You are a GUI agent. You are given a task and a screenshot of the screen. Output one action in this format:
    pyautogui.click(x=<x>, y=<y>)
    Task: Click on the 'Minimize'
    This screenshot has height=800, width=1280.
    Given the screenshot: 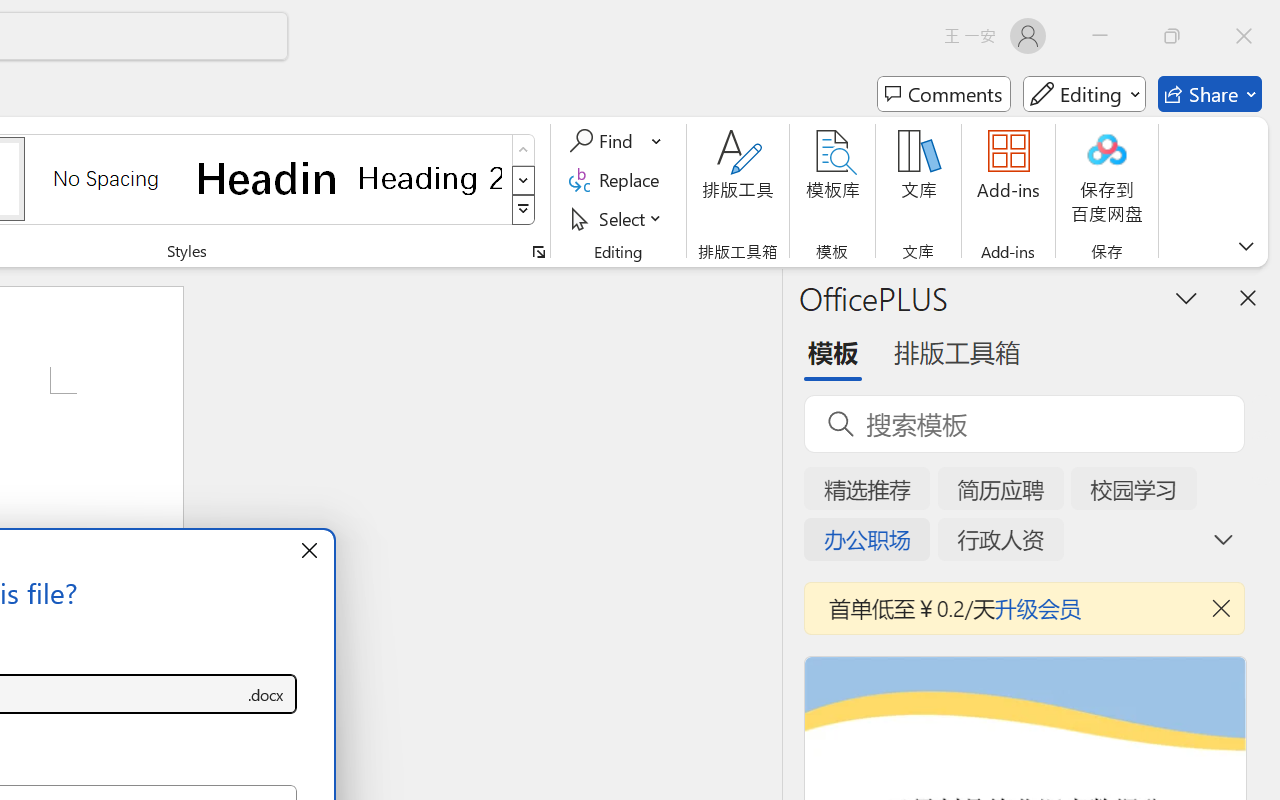 What is the action you would take?
    pyautogui.click(x=1099, y=35)
    